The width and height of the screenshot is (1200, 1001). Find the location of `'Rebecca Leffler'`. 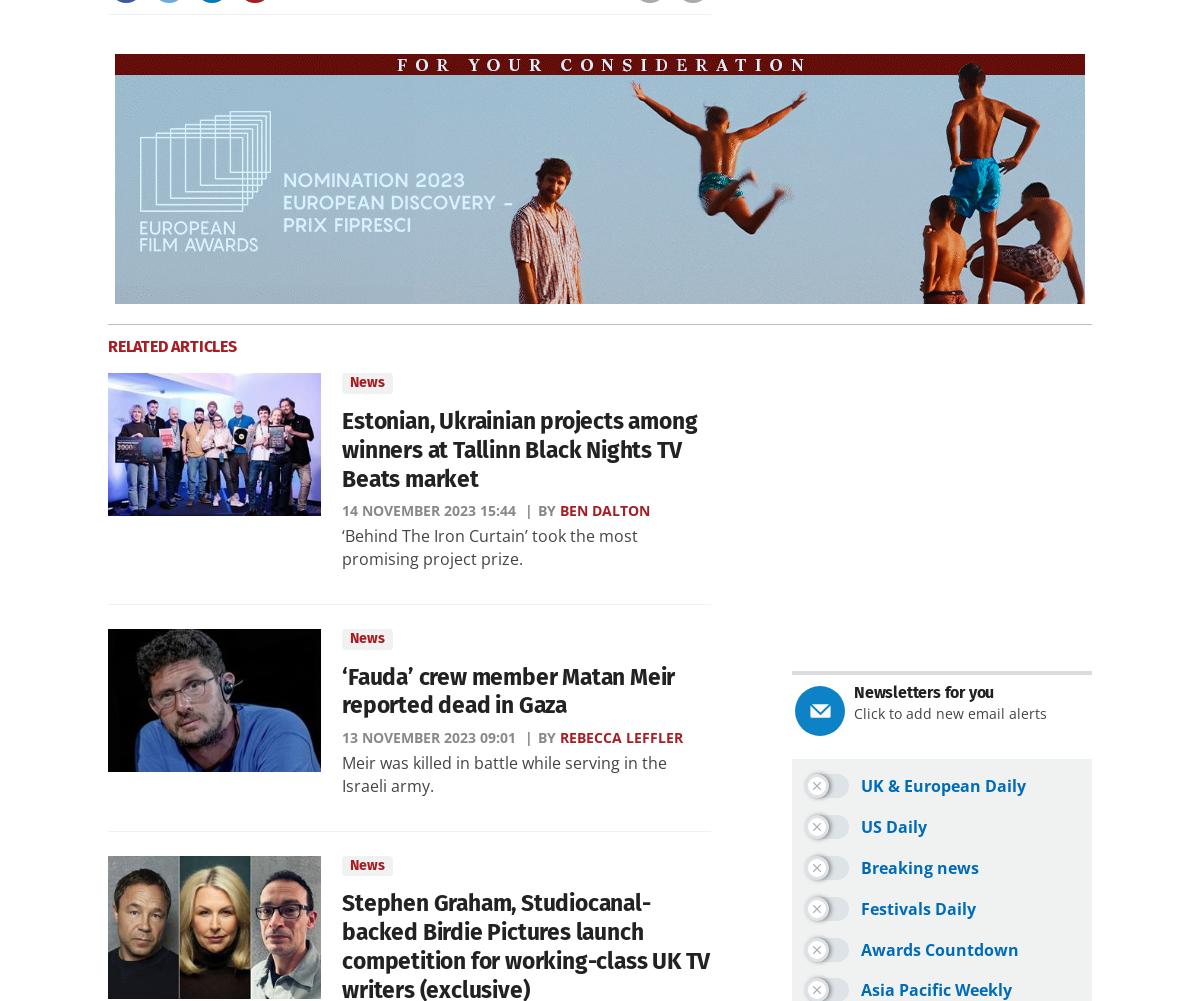

'Rebecca Leffler' is located at coordinates (559, 737).